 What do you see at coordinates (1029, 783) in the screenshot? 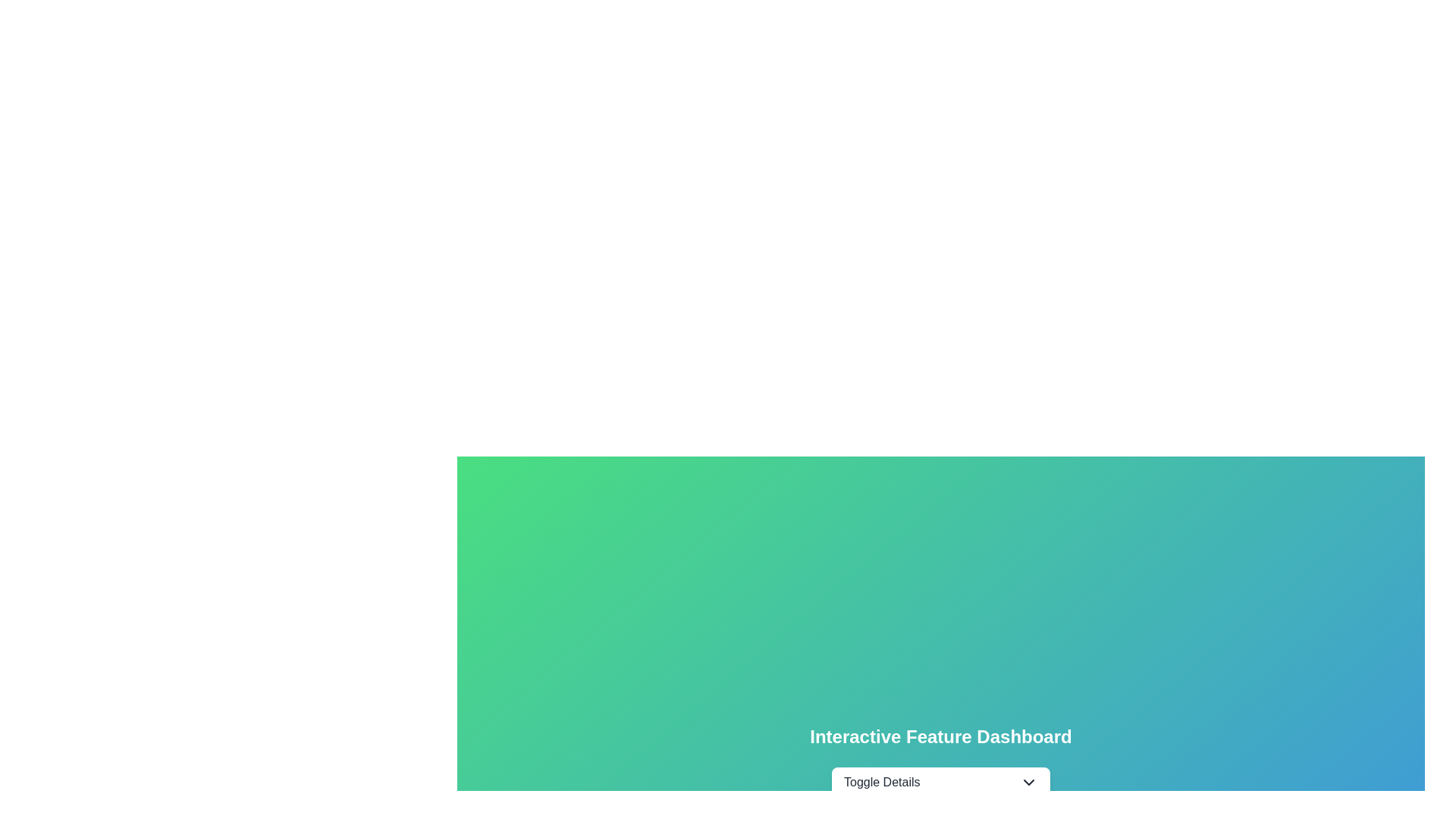
I see `the Chevron icon located on the right edge of the 'Toggle Details' button` at bounding box center [1029, 783].